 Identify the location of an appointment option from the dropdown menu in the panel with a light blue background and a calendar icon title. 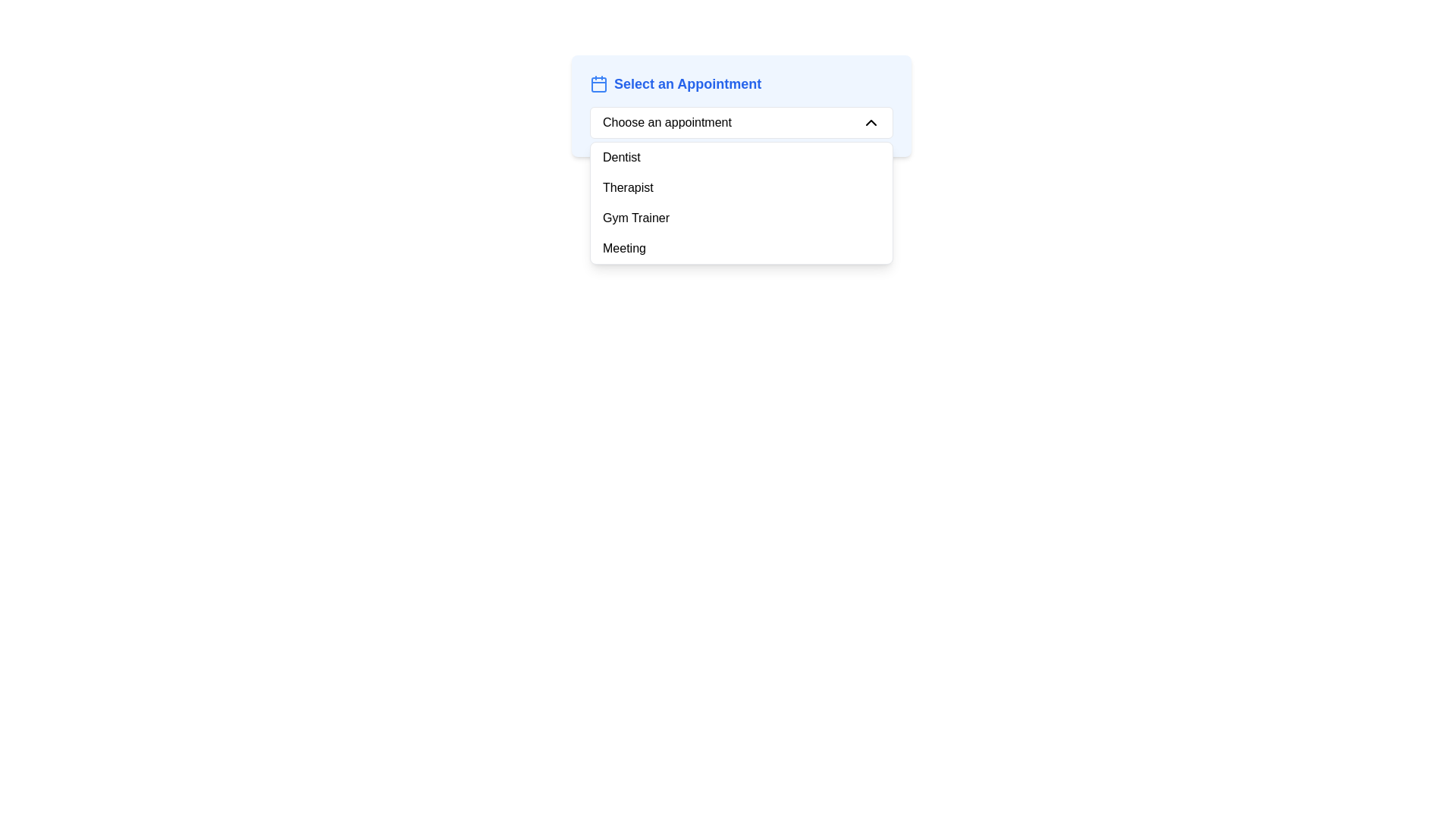
(742, 105).